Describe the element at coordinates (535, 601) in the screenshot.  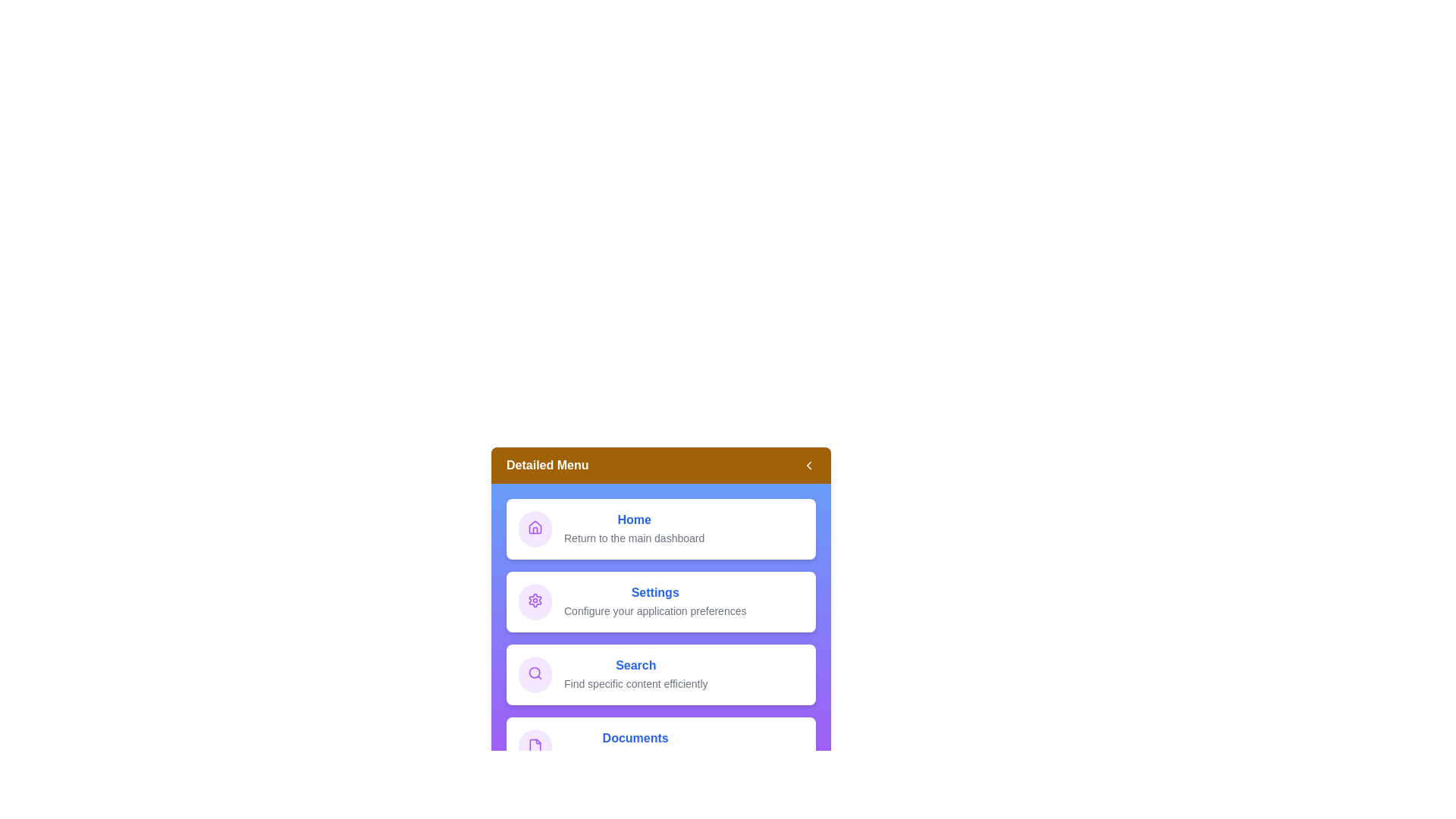
I see `the icon corresponding to Settings in the menu` at that location.